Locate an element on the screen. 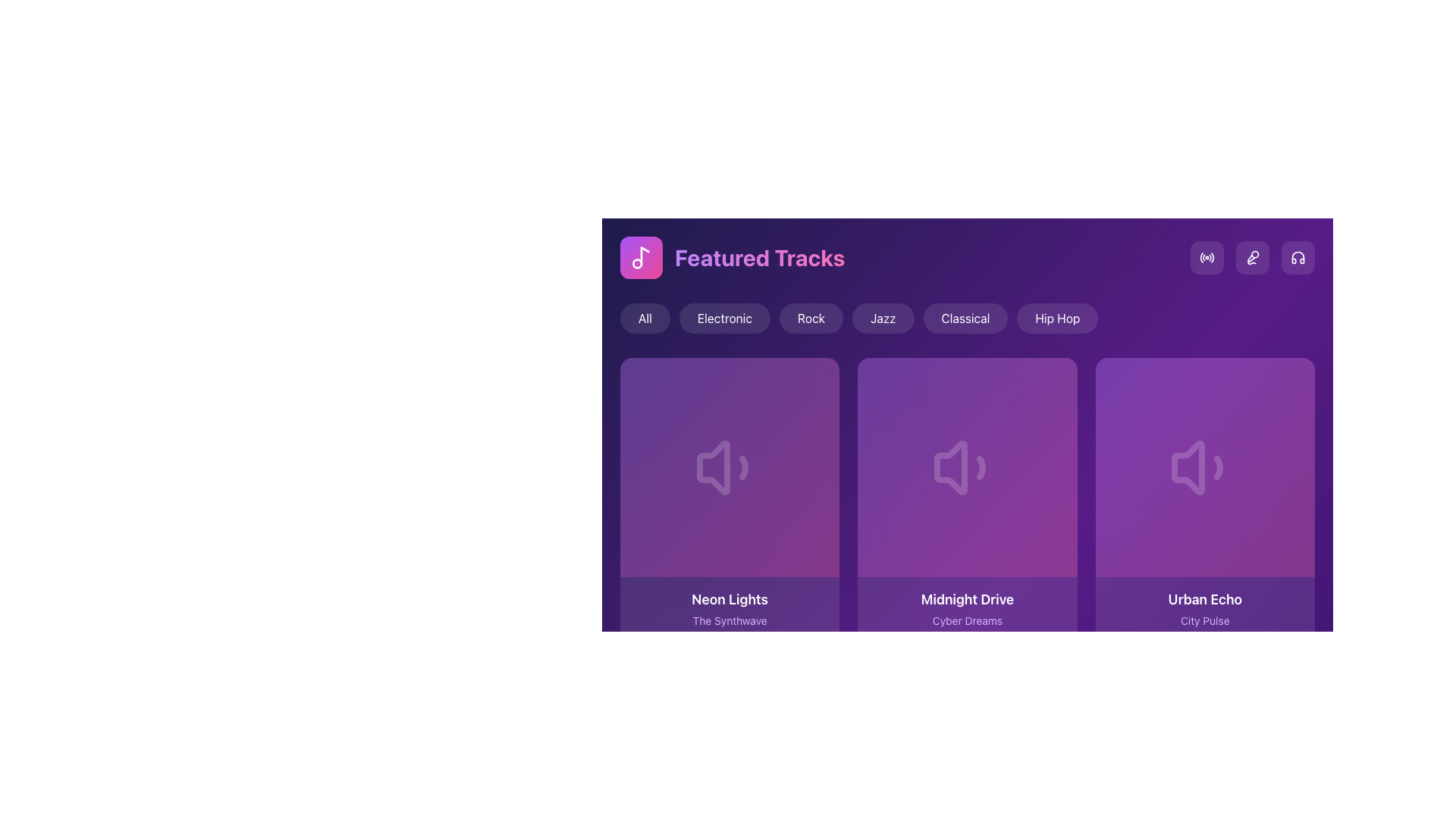 The height and width of the screenshot is (819, 1456). the decorative vector graphic representing audio within the 'Midnight Drive - Cyber Dreams' card interface is located at coordinates (949, 466).